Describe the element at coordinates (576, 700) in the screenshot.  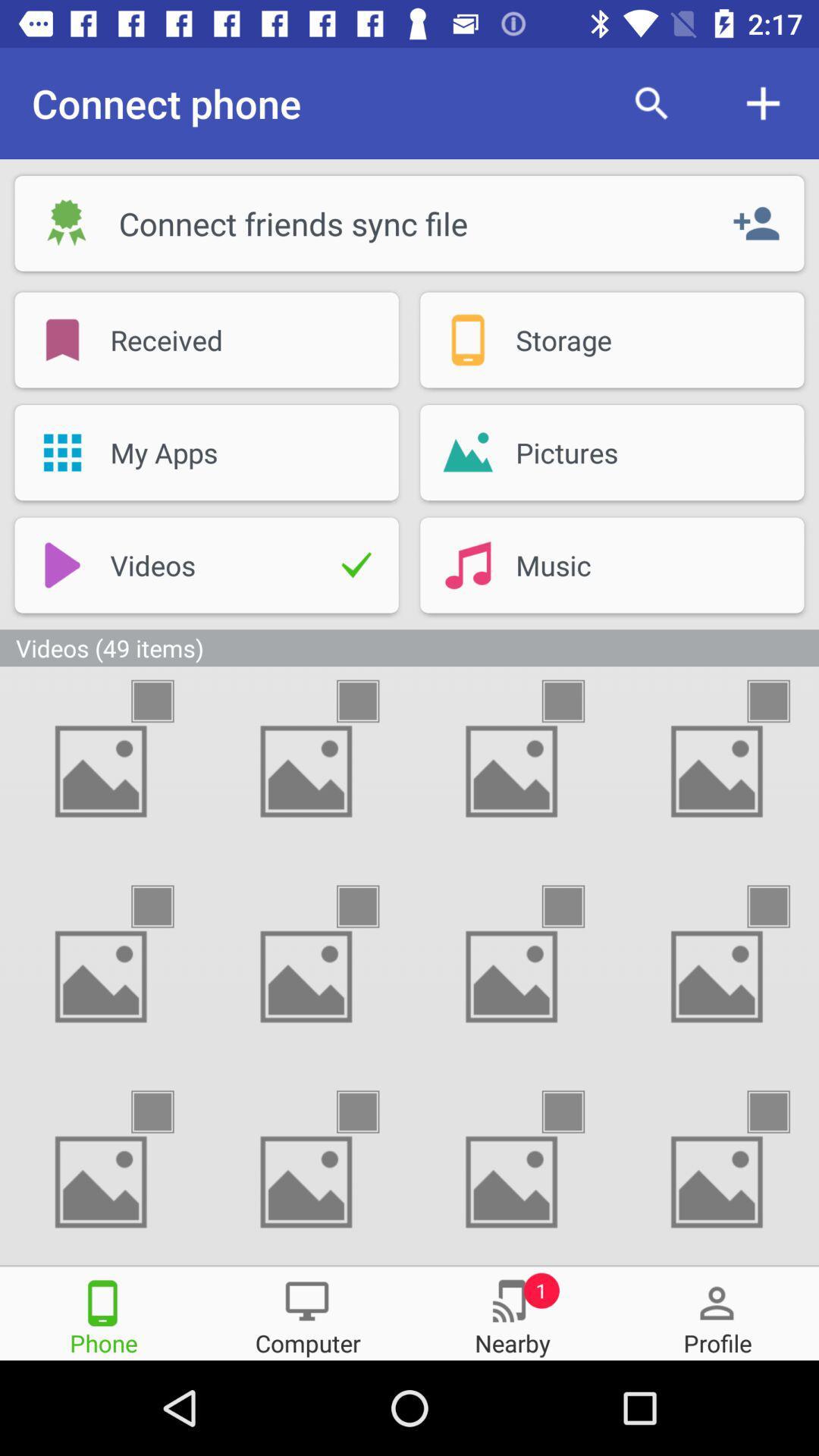
I see `photo option` at that location.